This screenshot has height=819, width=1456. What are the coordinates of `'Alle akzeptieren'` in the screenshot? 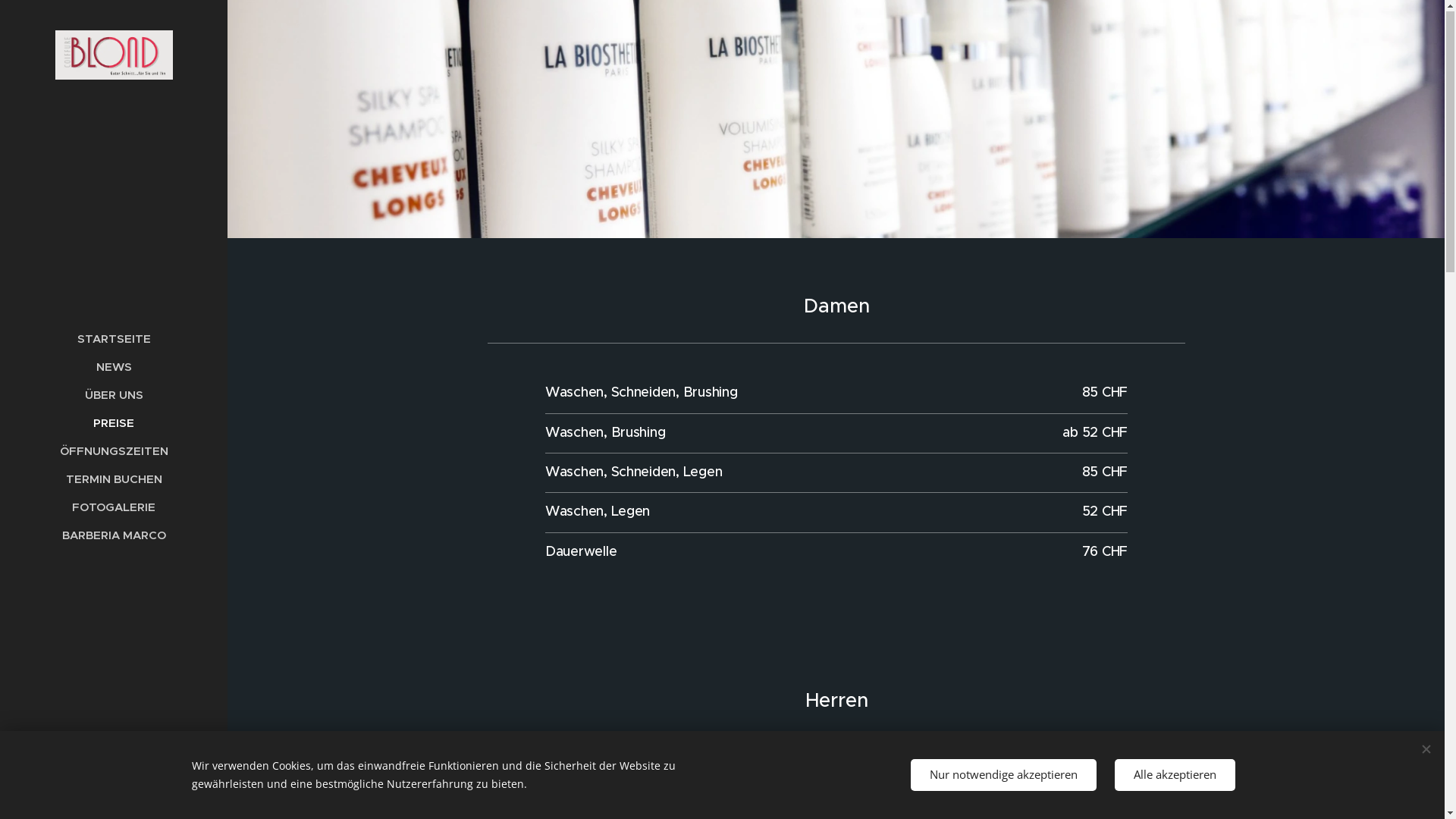 It's located at (1174, 775).